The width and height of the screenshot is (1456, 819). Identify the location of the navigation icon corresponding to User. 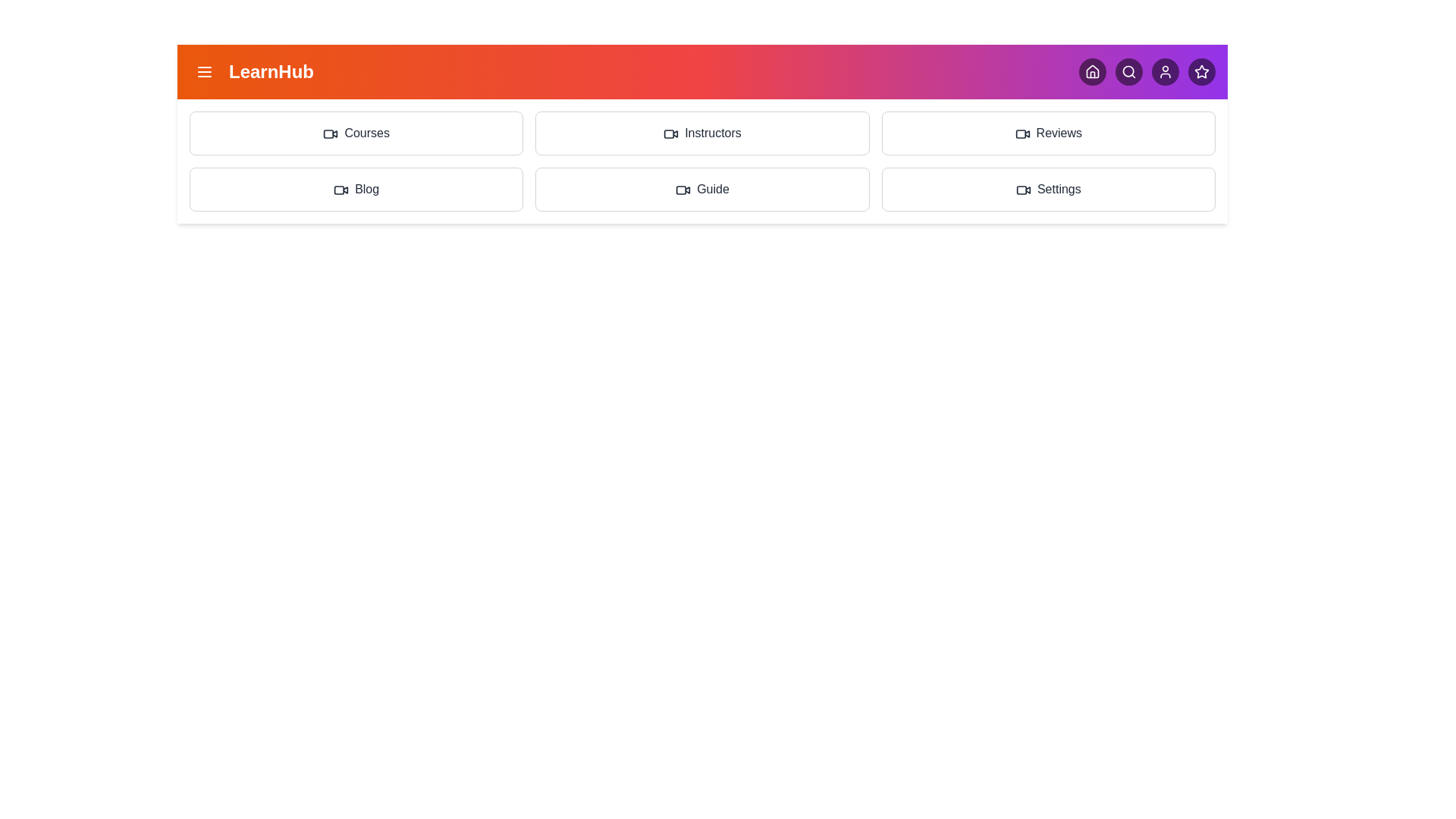
(1164, 72).